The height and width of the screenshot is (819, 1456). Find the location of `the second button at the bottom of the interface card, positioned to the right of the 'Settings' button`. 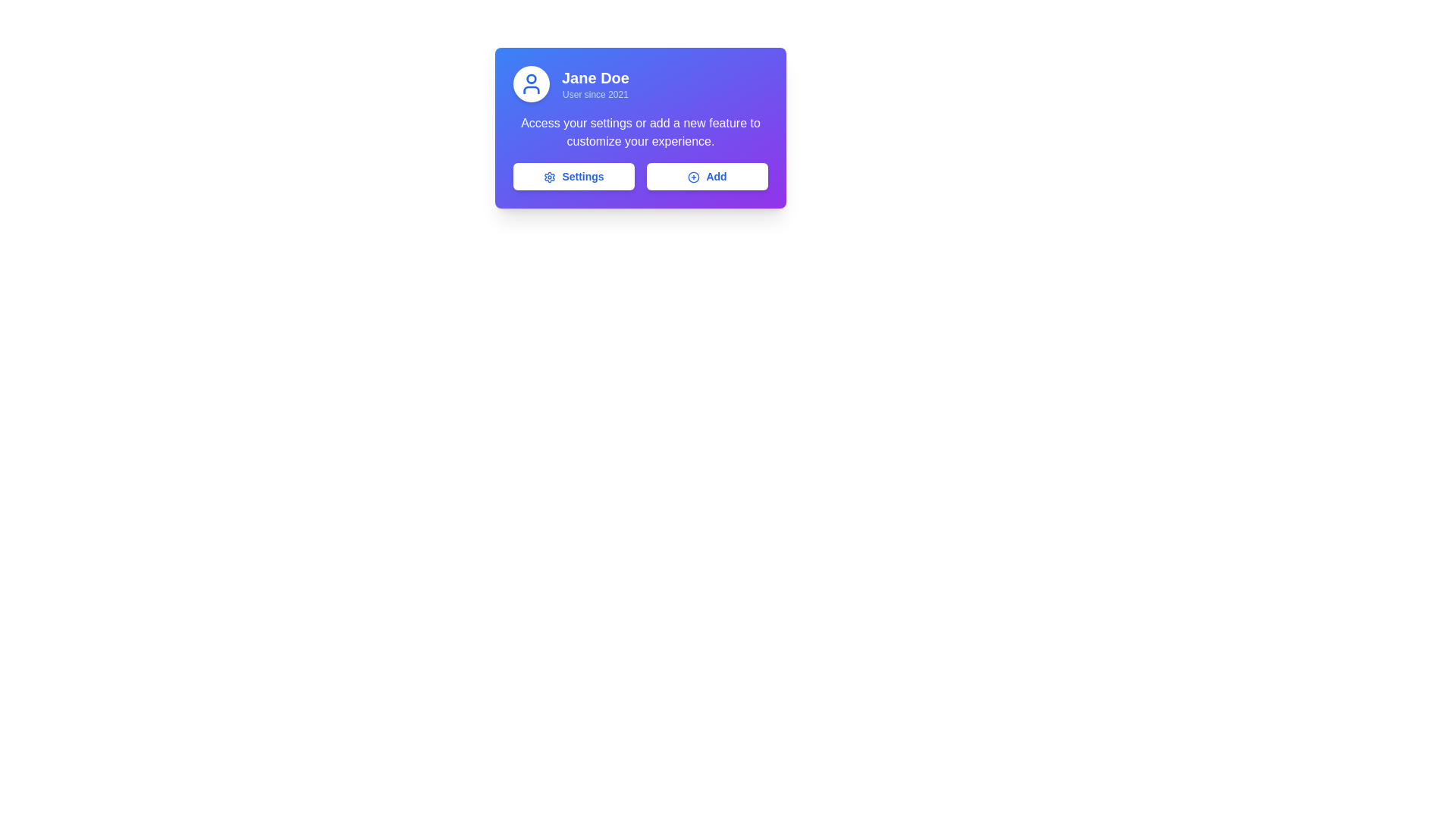

the second button at the bottom of the interface card, positioned to the right of the 'Settings' button is located at coordinates (706, 175).